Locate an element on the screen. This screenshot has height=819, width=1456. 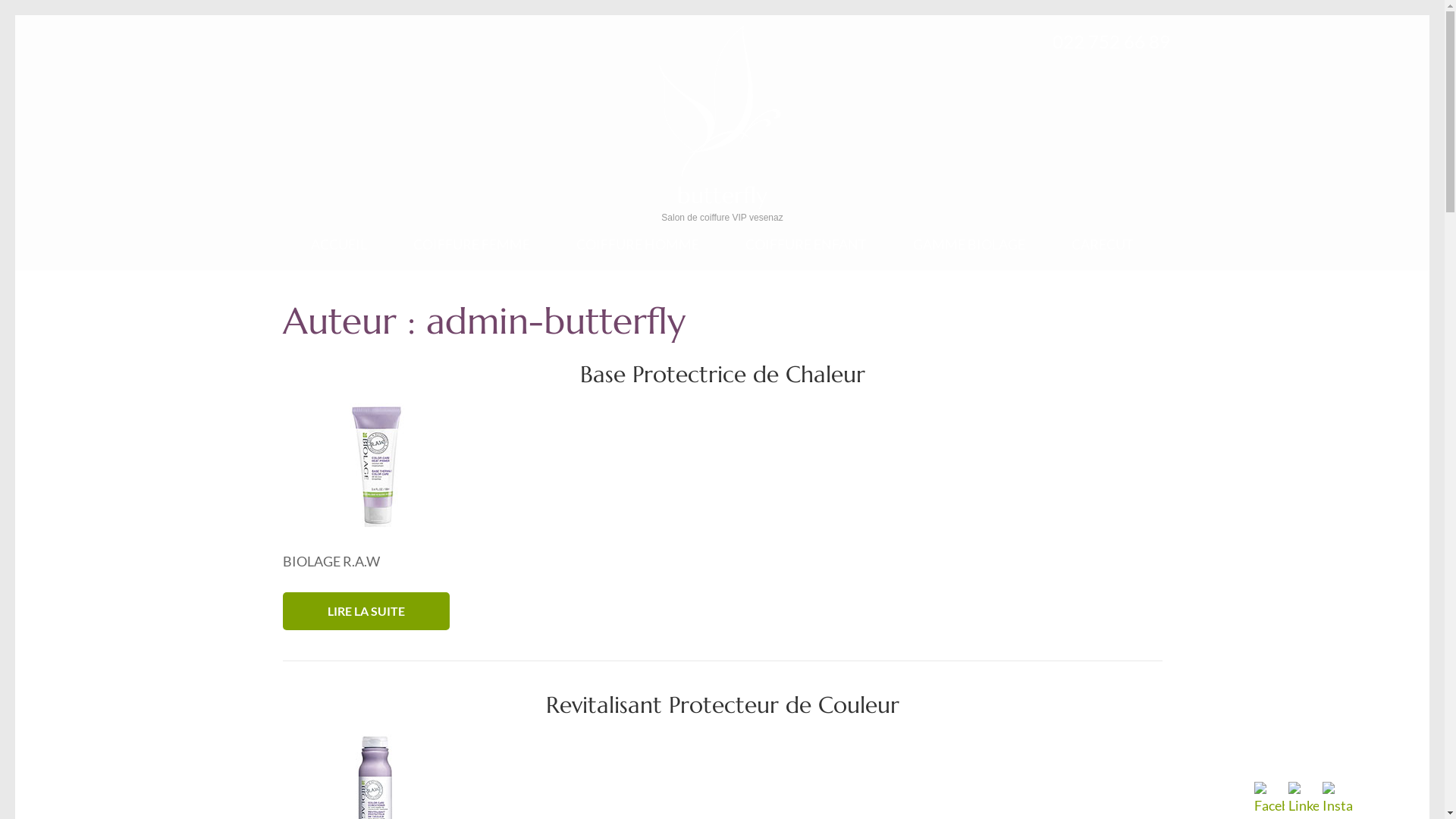
'COIFFURE HOMME' is located at coordinates (637, 253).